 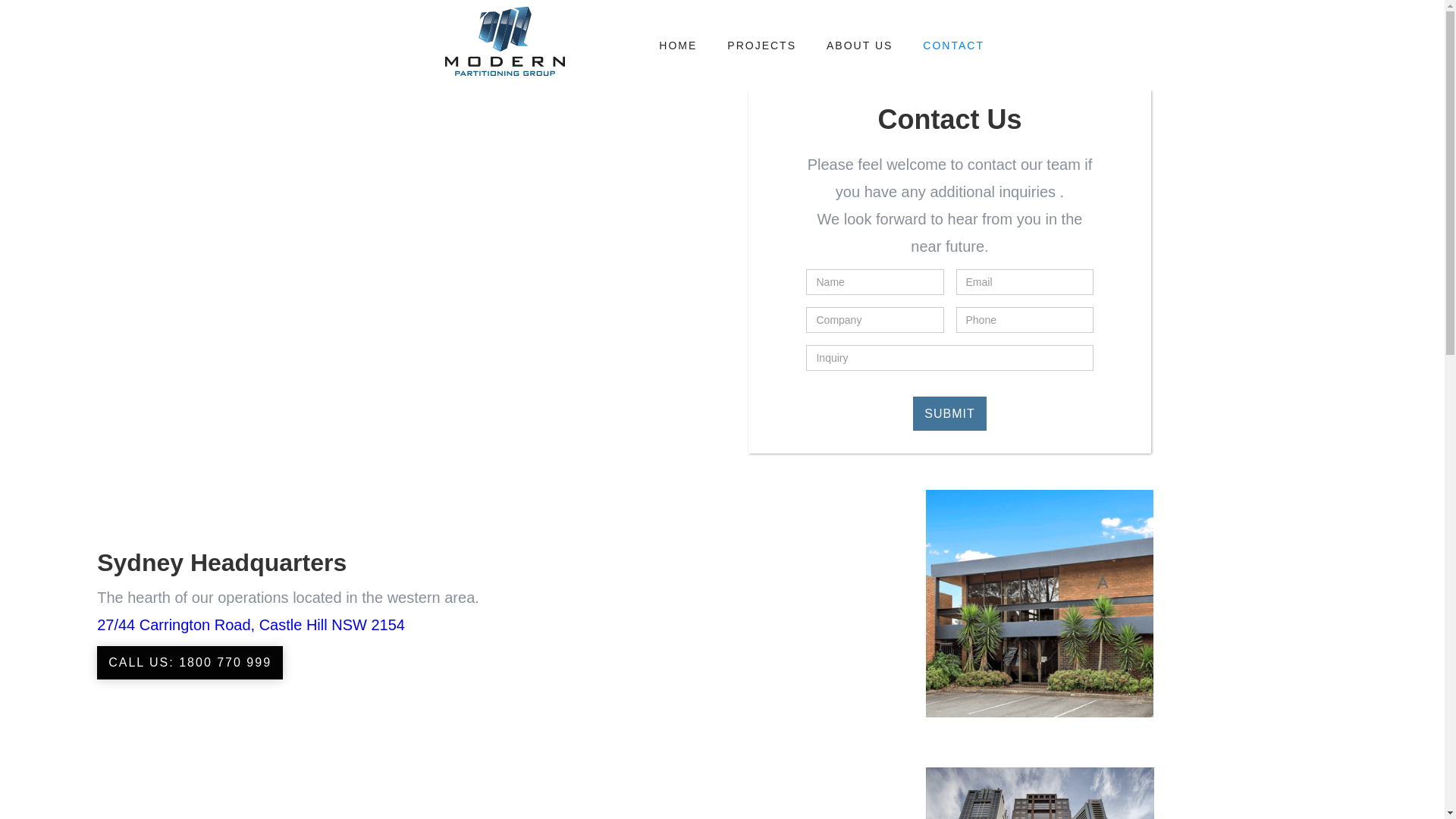 What do you see at coordinates (859, 45) in the screenshot?
I see `'ABOUT US'` at bounding box center [859, 45].